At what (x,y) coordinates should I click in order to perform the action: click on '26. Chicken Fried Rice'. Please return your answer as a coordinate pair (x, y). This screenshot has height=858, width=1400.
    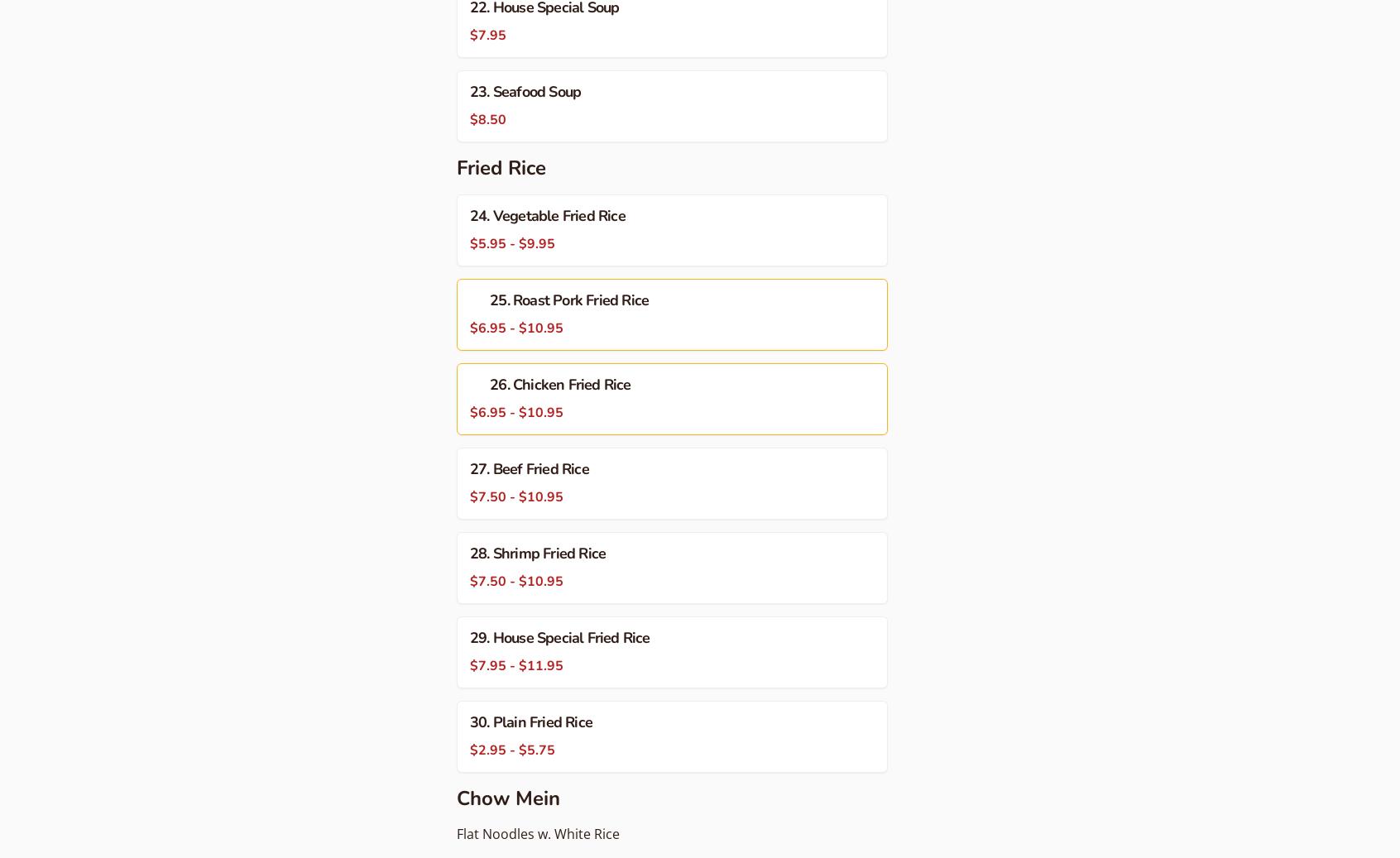
    Looking at the image, I should click on (559, 383).